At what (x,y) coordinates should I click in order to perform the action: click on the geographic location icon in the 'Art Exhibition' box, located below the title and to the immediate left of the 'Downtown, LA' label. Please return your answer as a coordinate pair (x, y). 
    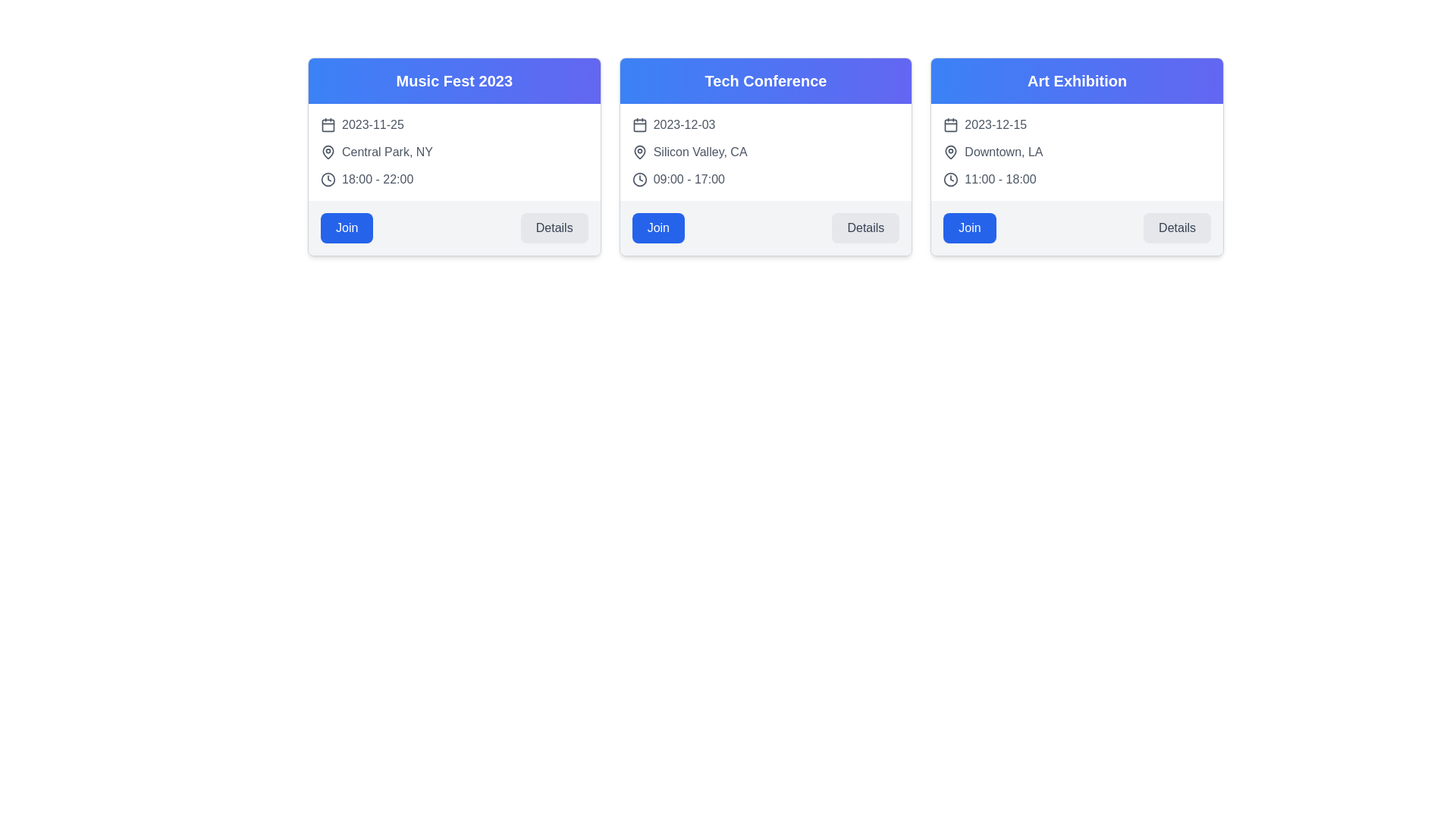
    Looking at the image, I should click on (950, 152).